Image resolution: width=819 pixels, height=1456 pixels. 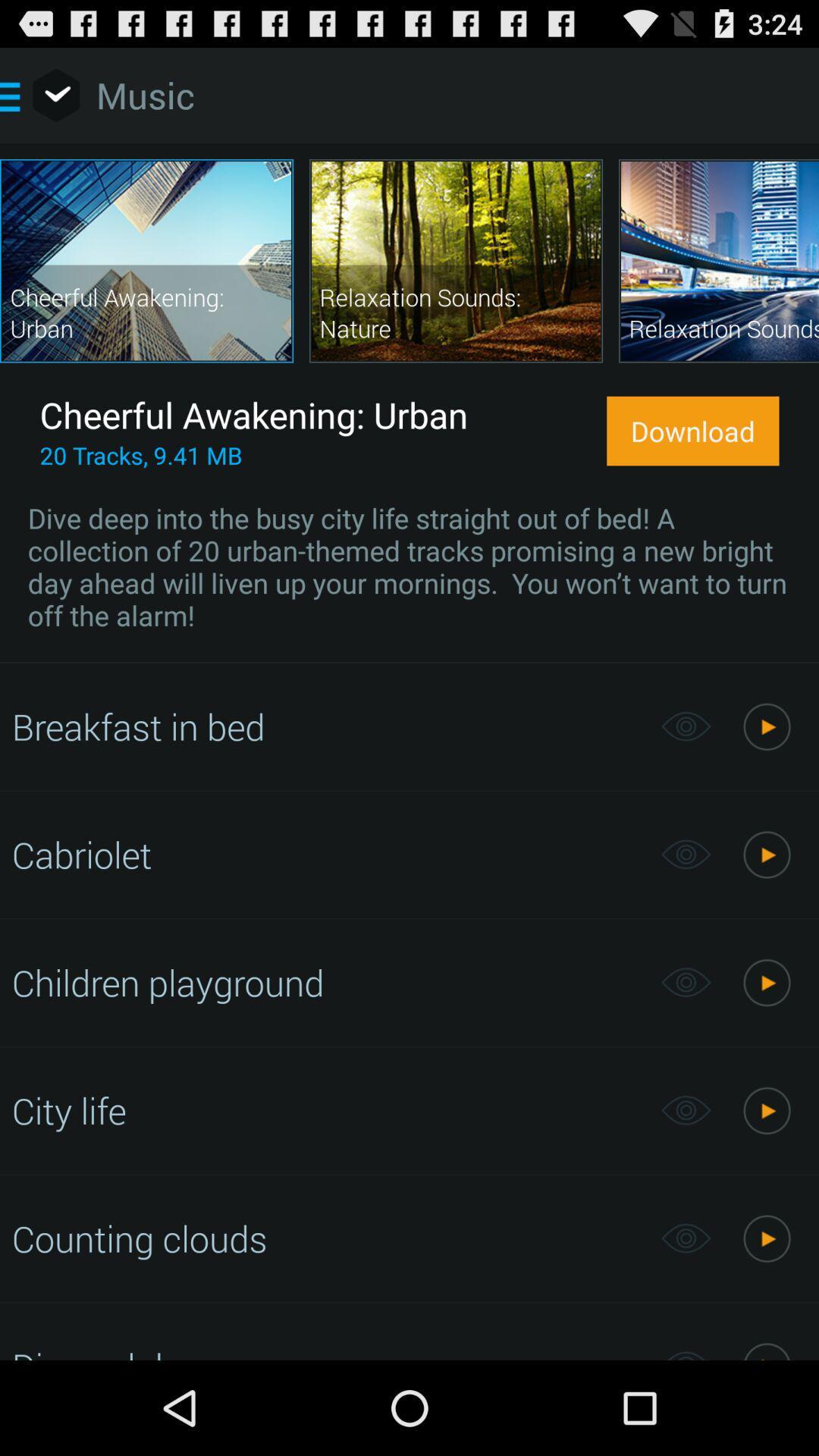 I want to click on disco club, so click(x=328, y=1351).